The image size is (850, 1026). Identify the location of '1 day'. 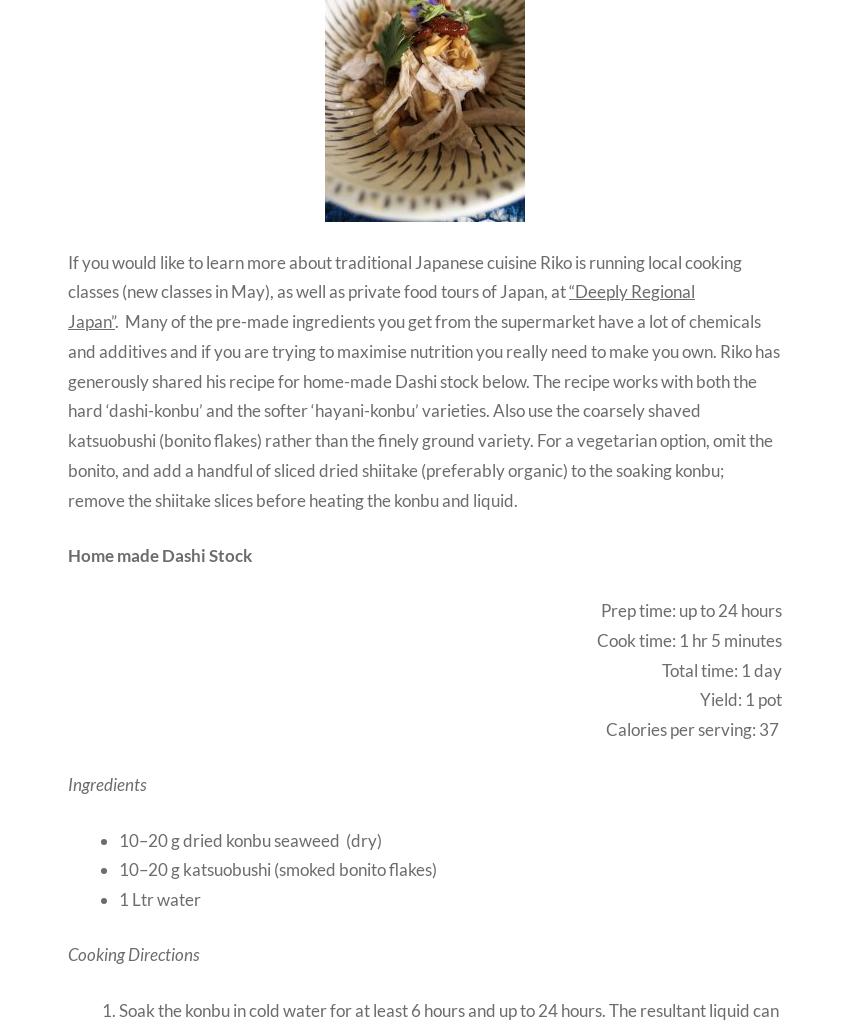
(761, 668).